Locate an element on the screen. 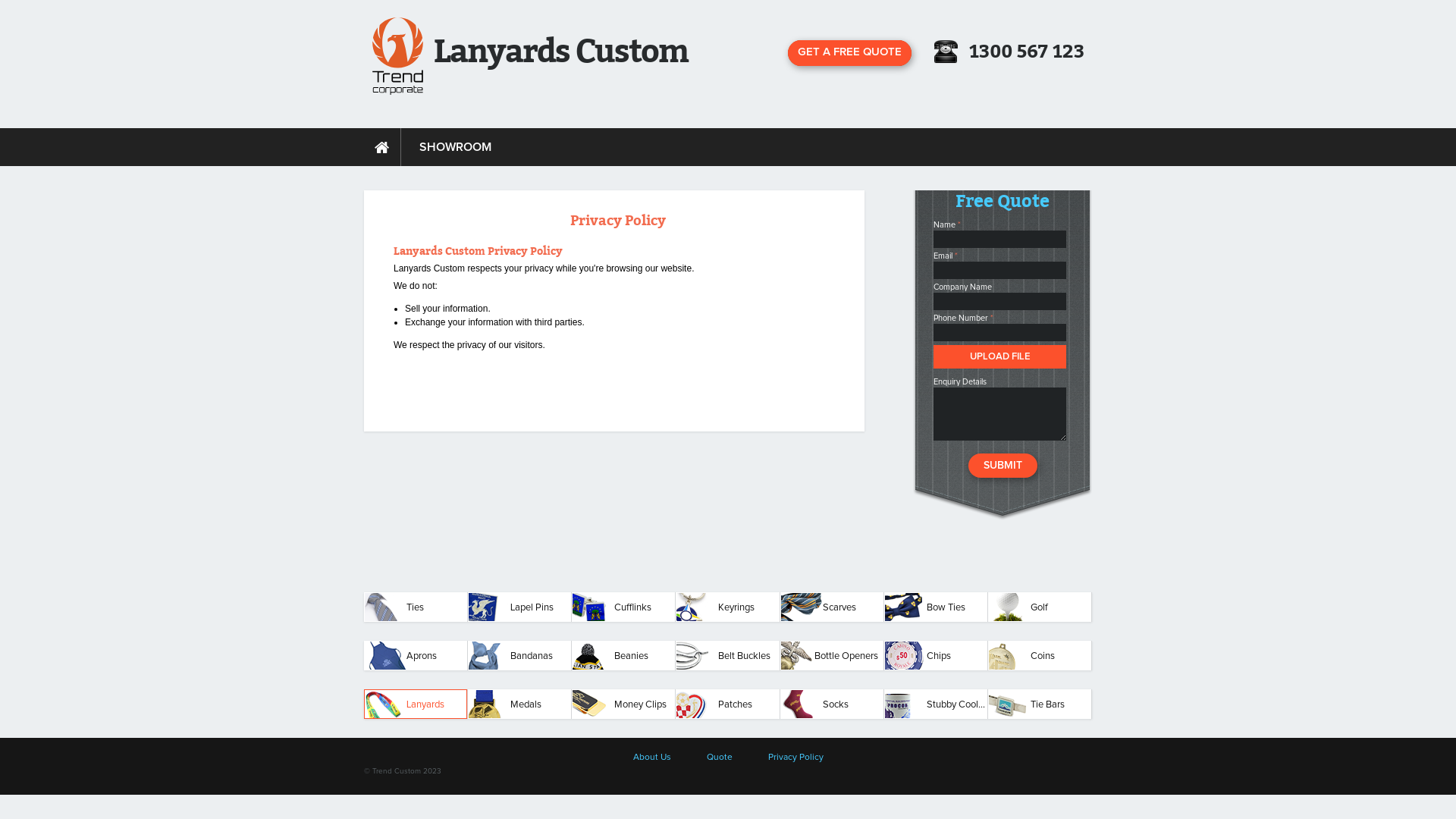 The width and height of the screenshot is (1456, 819). 'Ties' is located at coordinates (415, 606).